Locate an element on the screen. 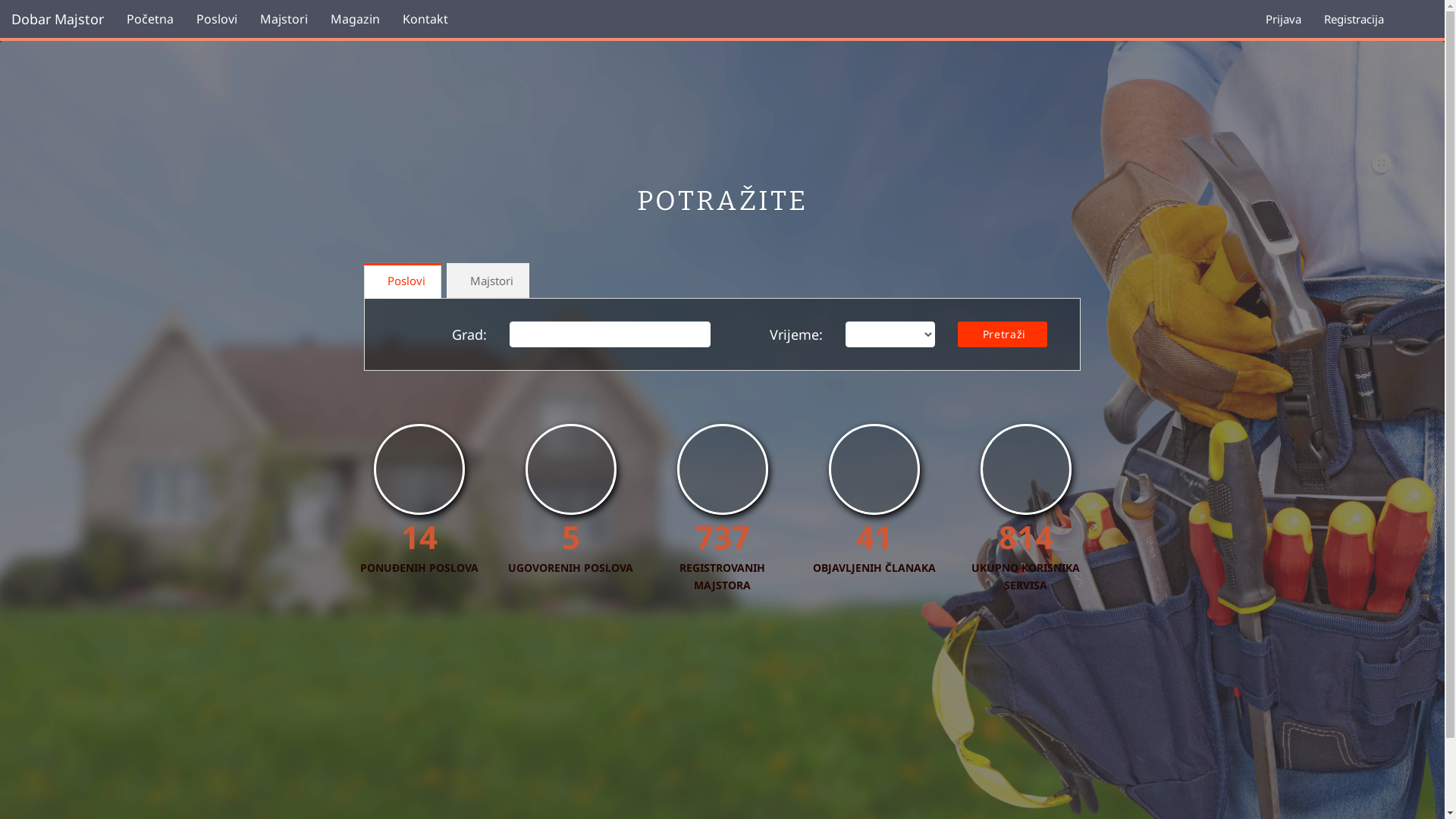 The height and width of the screenshot is (819, 1456). 'Poslovi' is located at coordinates (216, 18).